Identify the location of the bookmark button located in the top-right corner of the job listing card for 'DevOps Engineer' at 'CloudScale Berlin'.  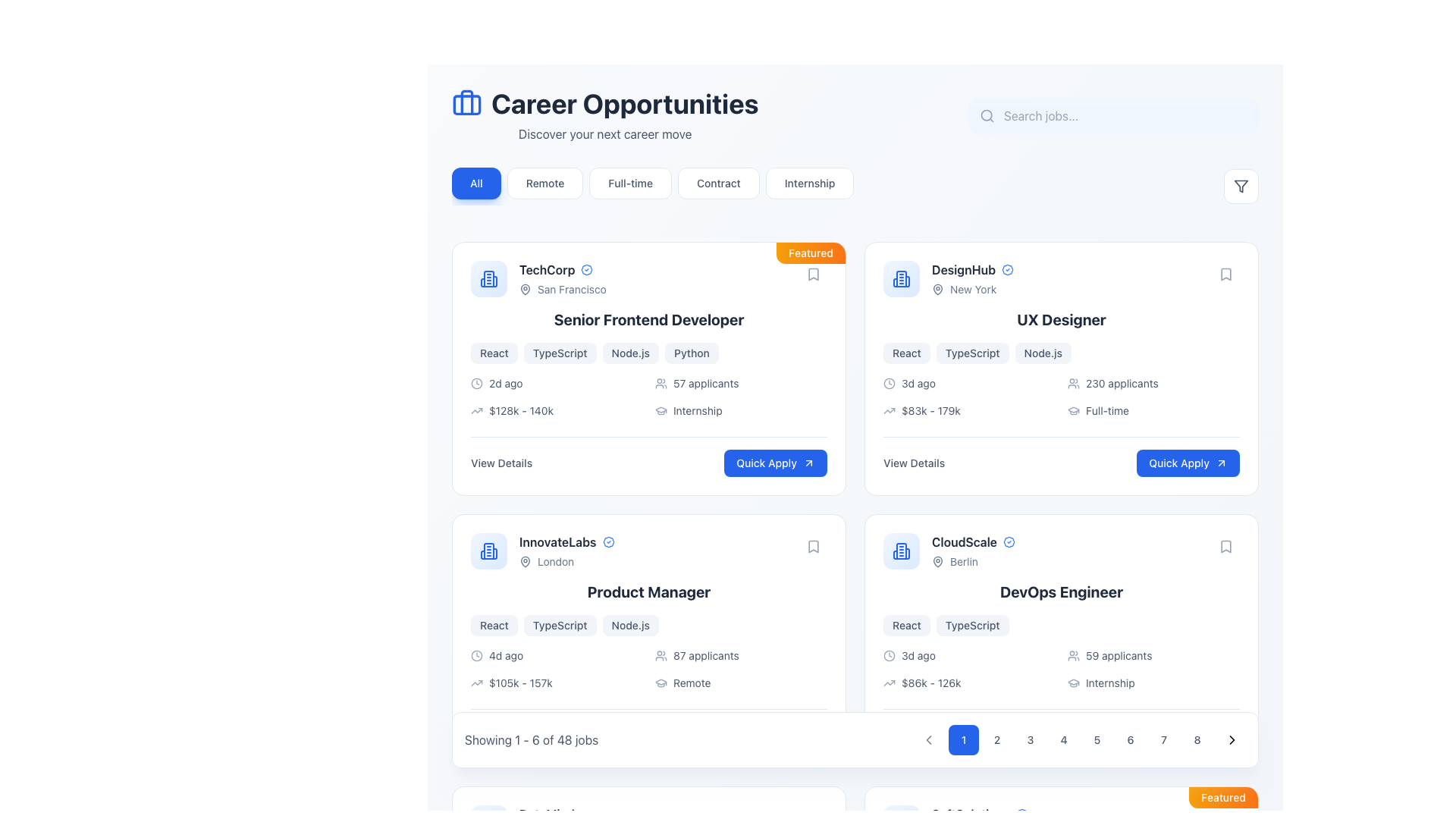
(1226, 547).